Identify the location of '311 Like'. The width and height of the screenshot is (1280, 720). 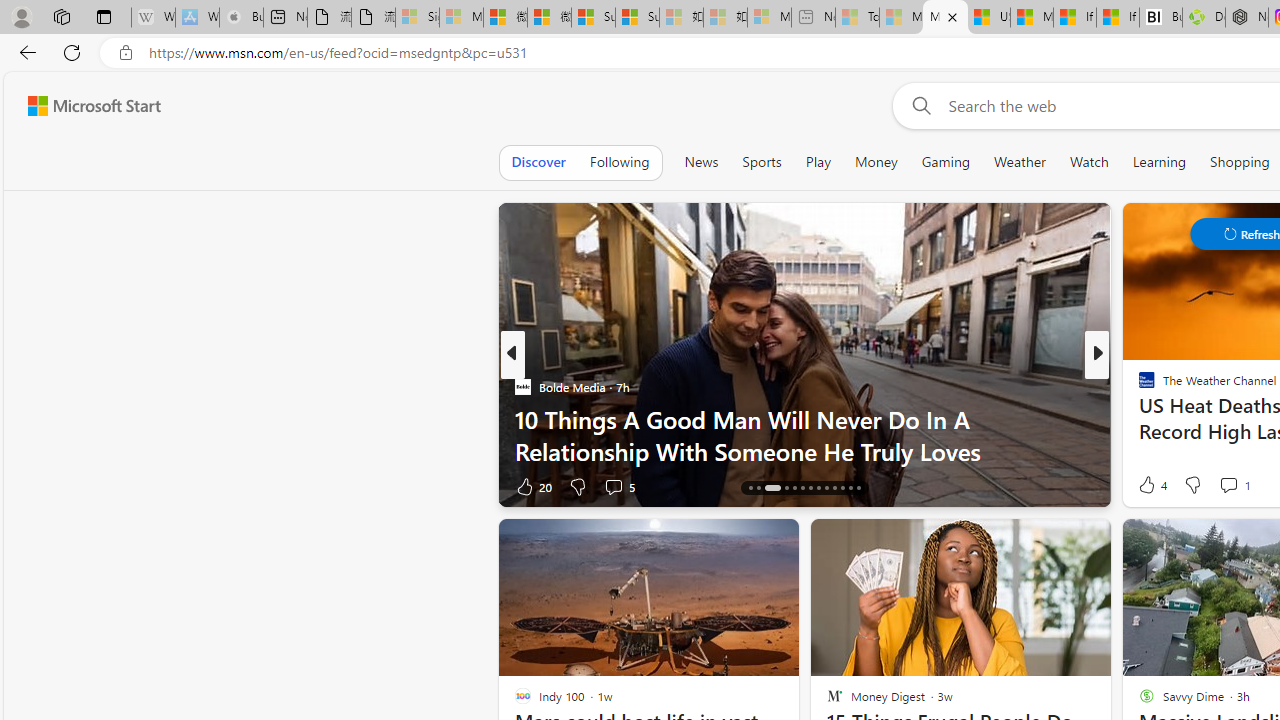
(1152, 486).